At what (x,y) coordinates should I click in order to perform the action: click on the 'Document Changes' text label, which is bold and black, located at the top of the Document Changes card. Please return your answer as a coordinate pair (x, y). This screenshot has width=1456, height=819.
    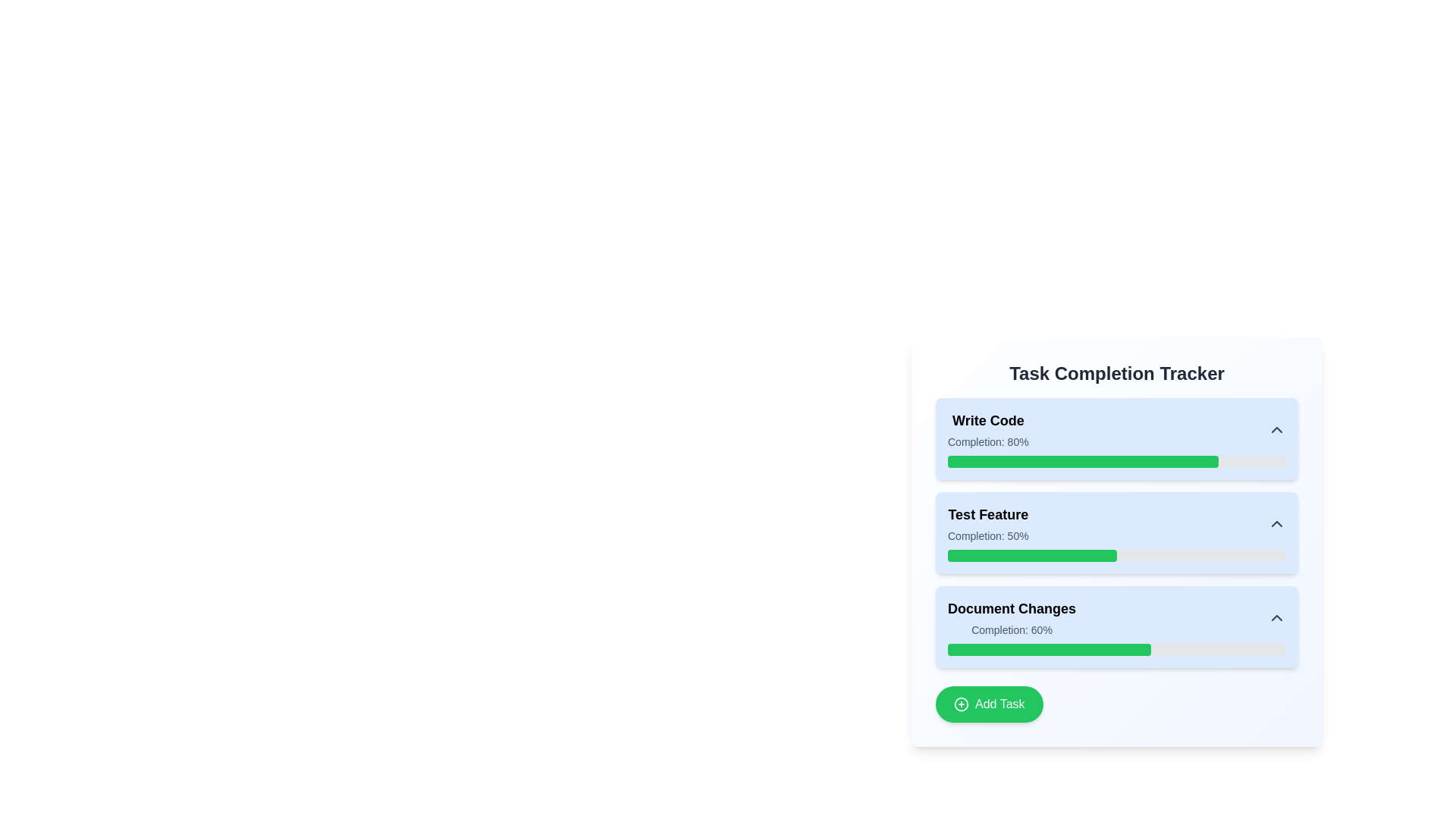
    Looking at the image, I should click on (1012, 607).